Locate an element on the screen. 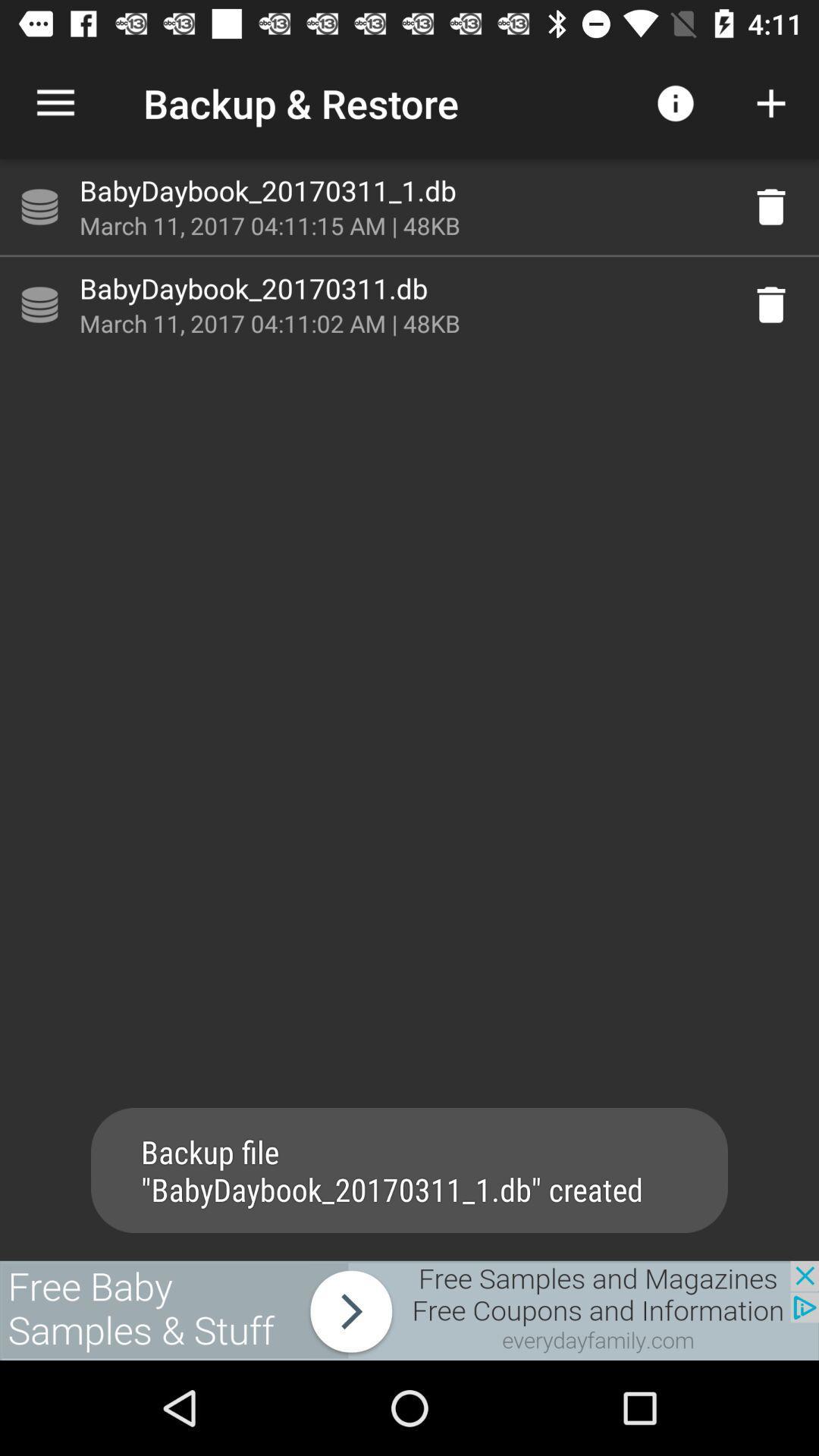  link to advertisement is located at coordinates (409, 1310).